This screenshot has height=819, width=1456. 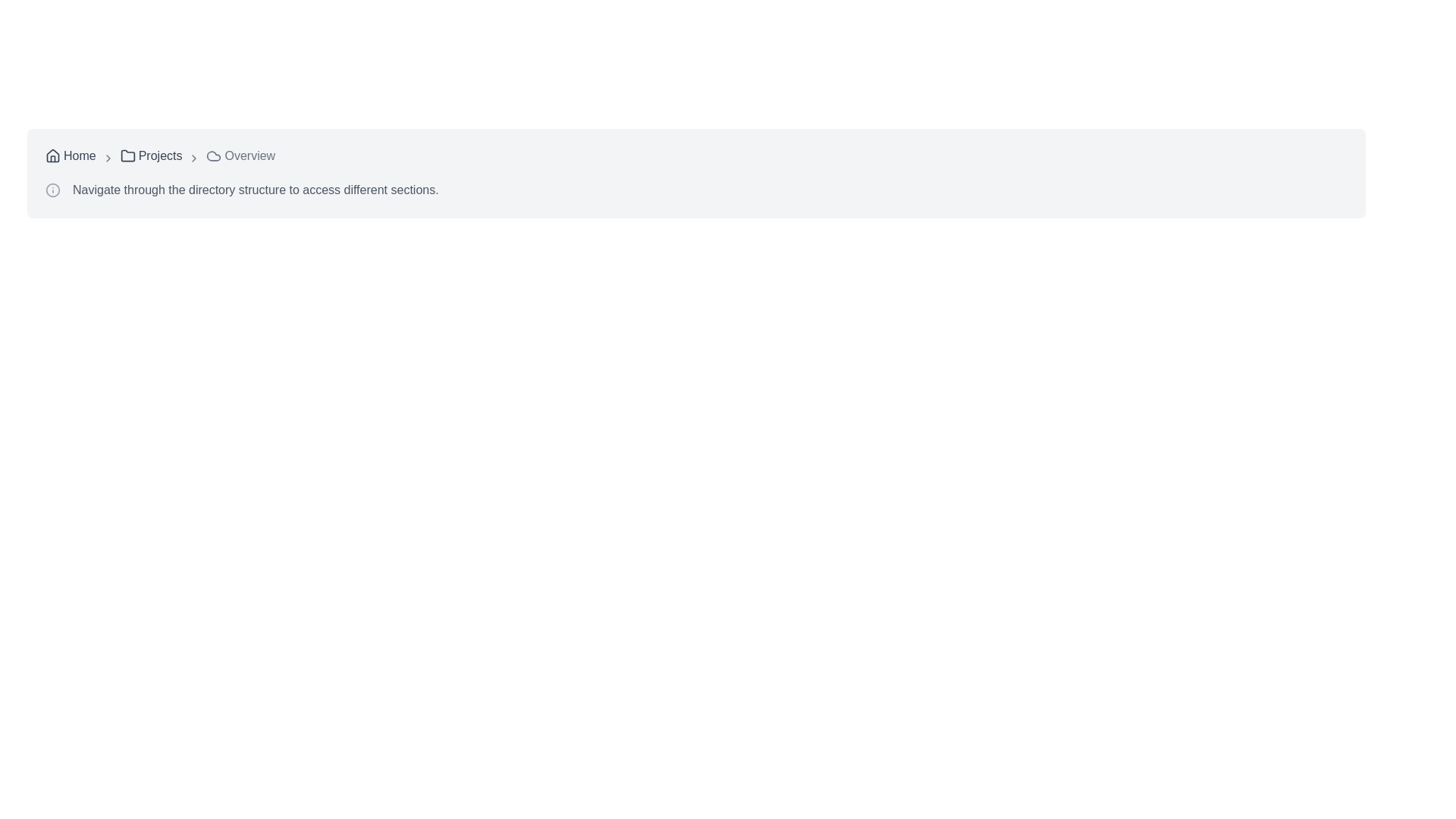 I want to click on the 'Projects' interactive link in the breadcrumb navigation bar, so click(x=151, y=155).